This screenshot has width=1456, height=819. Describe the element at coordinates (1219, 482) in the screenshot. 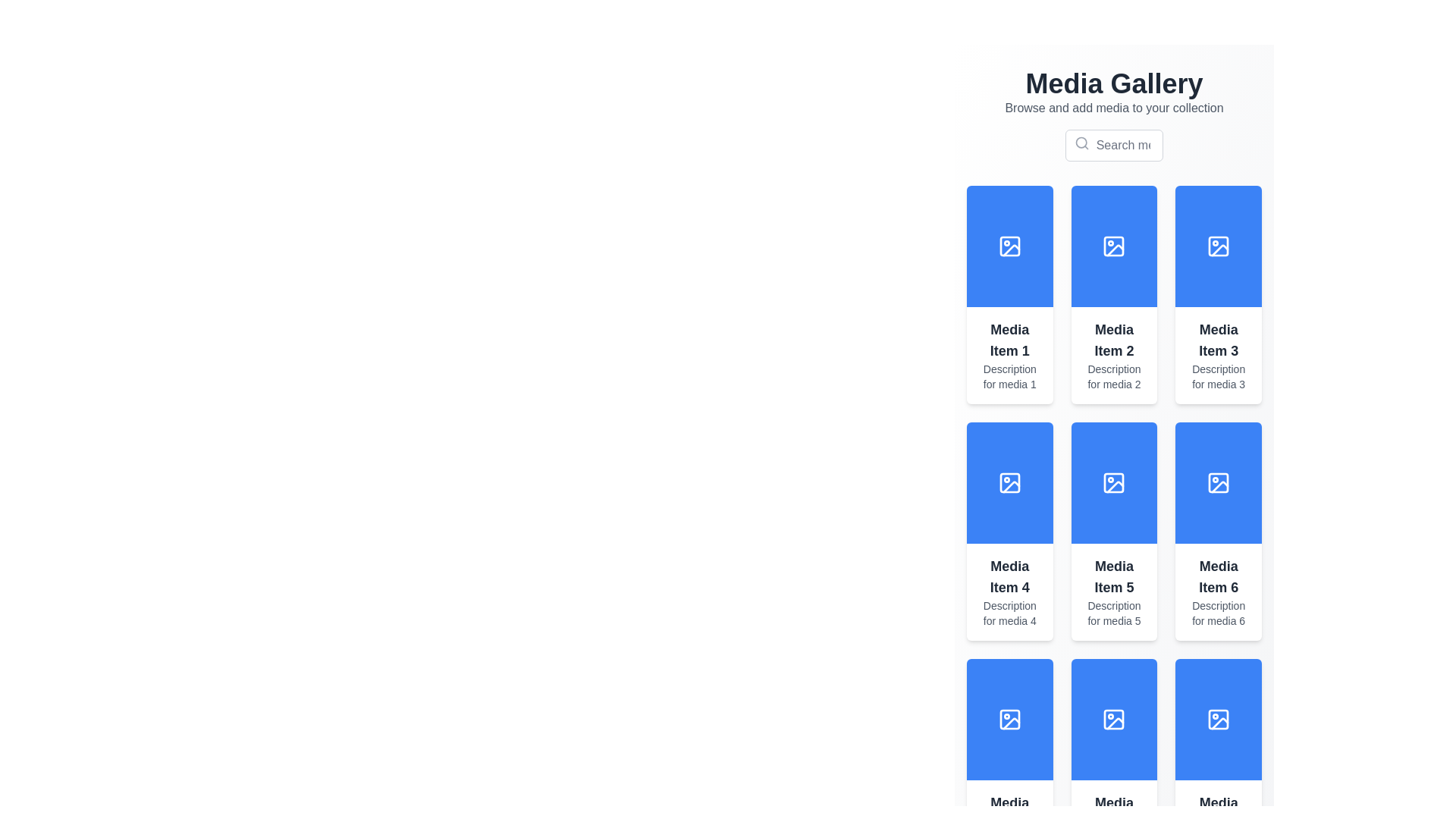

I see `the details of the card labeled 'Media Item 6' by clicking on the decorative Icon subcomponent located in the third column of the second row in the grid layout` at that location.